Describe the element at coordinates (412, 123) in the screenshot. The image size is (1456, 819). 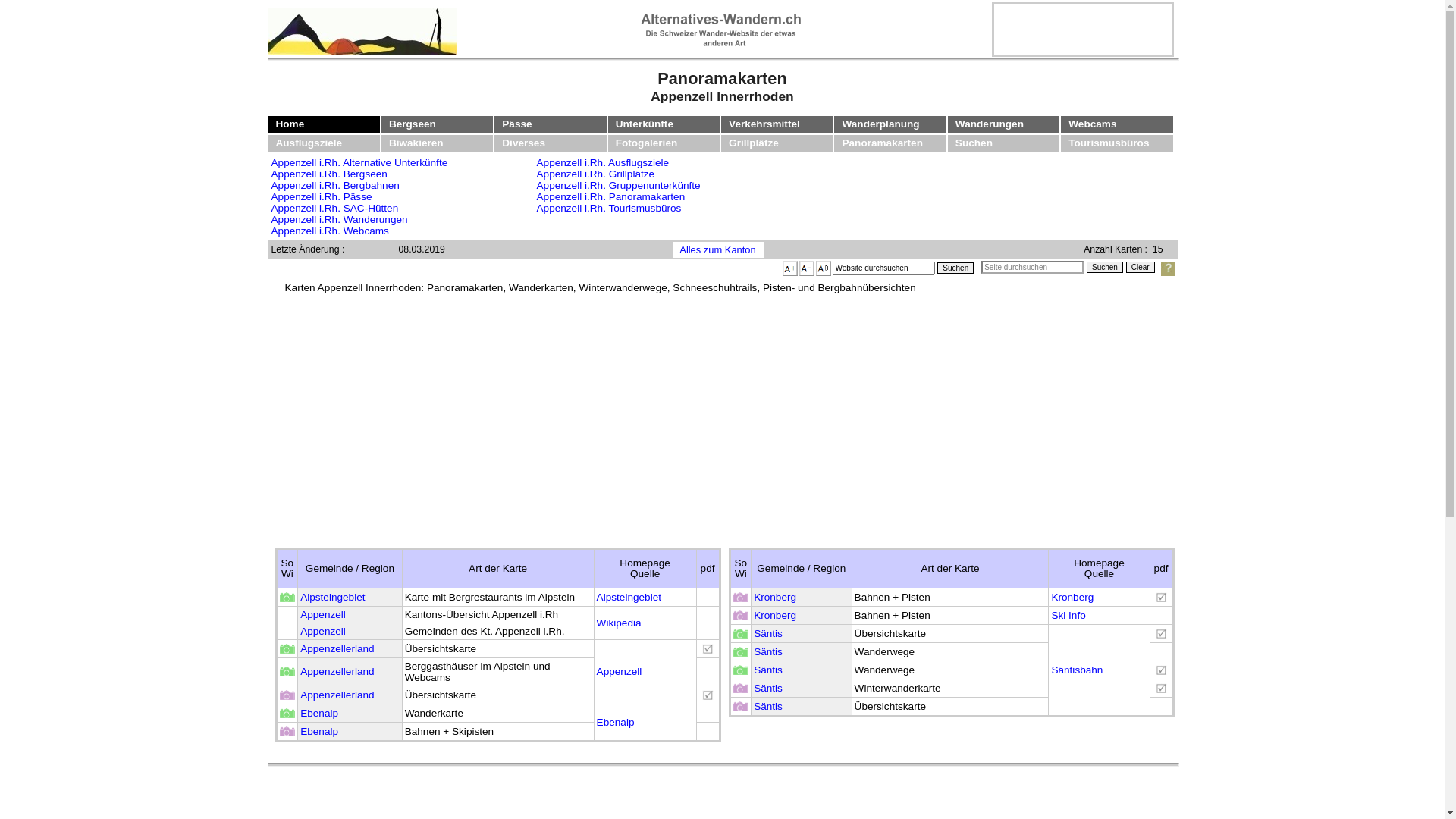
I see `'Bergseen'` at that location.